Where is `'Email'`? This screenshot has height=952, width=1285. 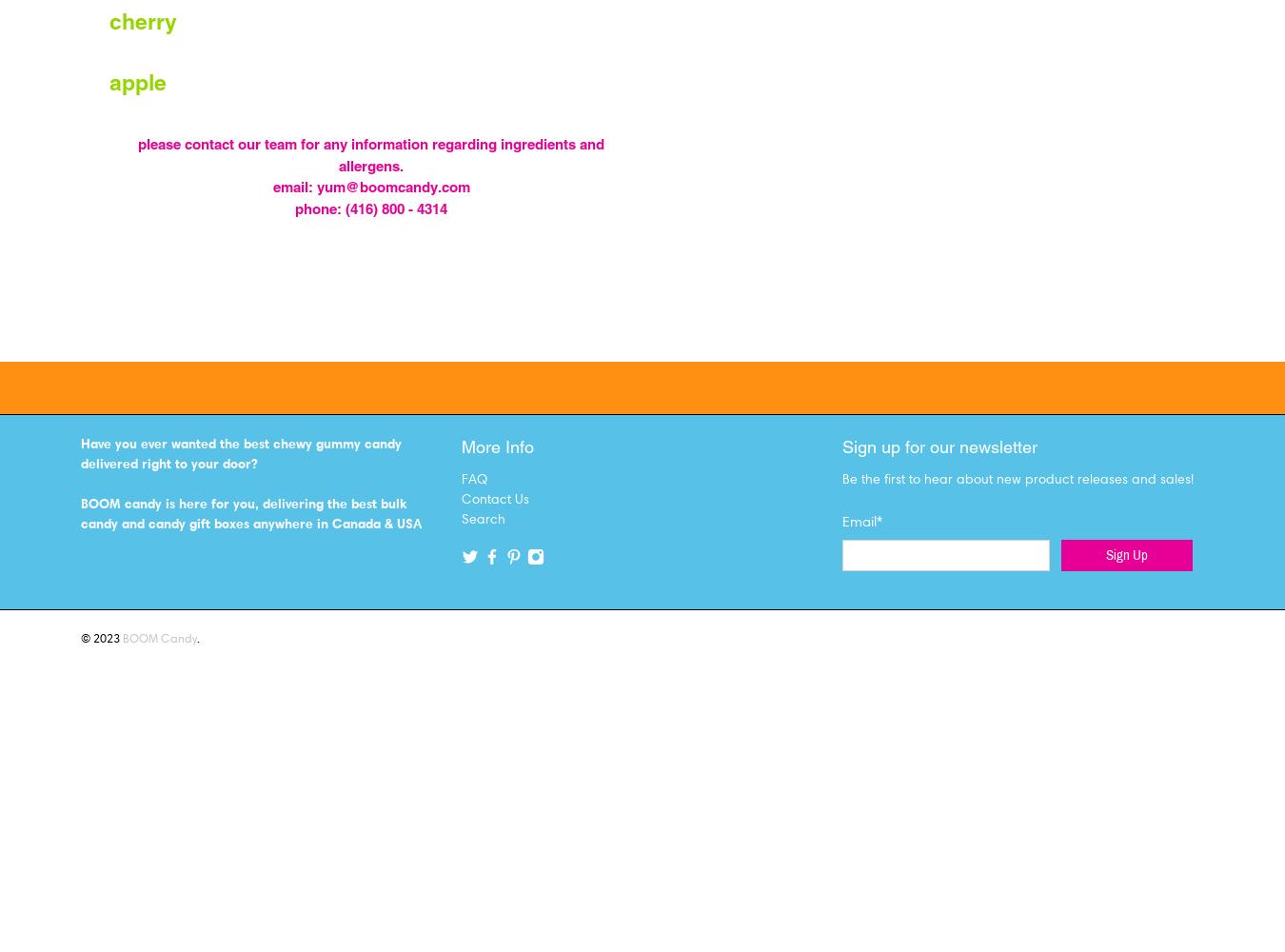 'Email' is located at coordinates (859, 521).